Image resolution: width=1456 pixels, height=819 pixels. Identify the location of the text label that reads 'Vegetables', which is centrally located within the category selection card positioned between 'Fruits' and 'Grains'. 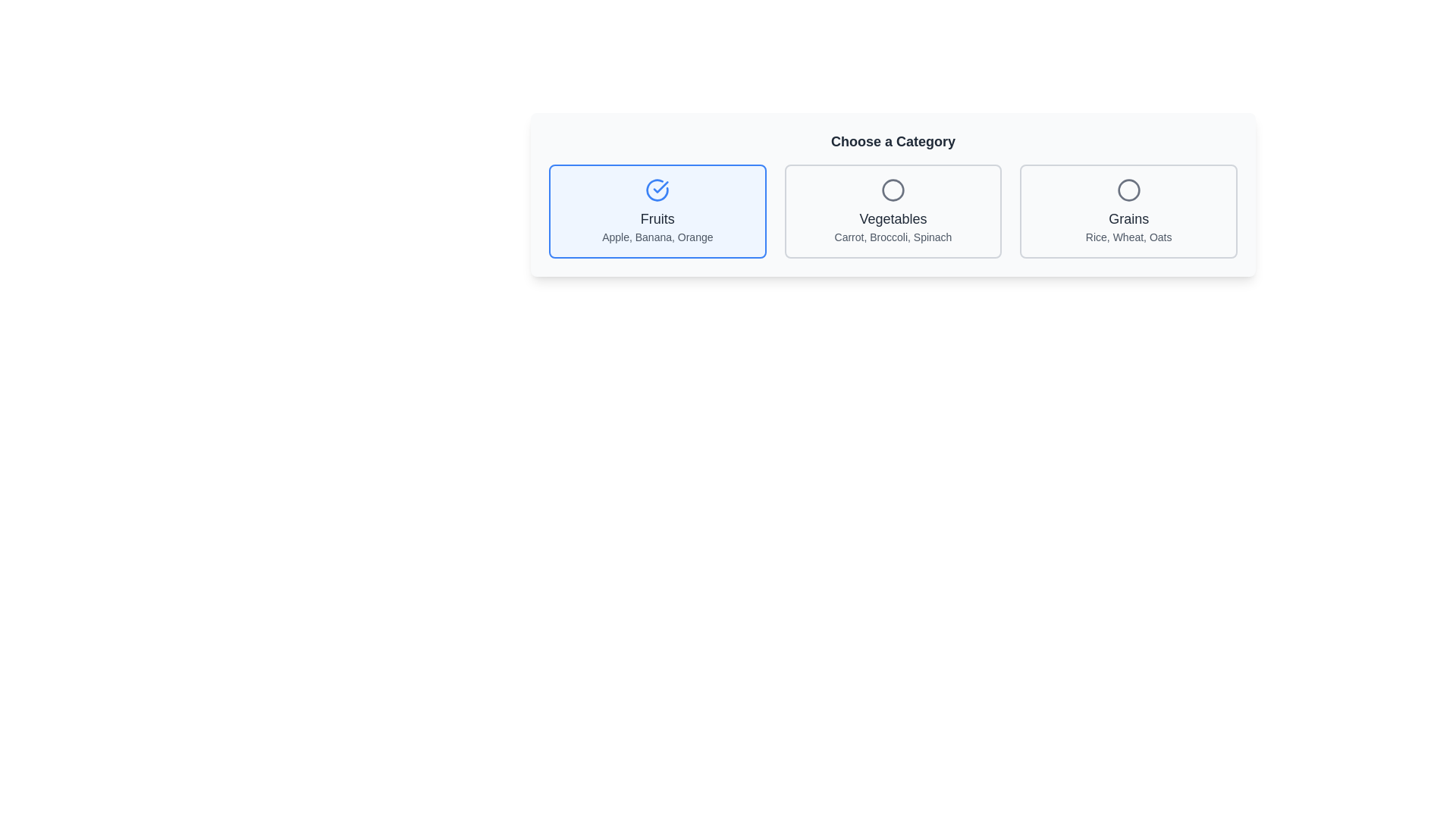
(893, 219).